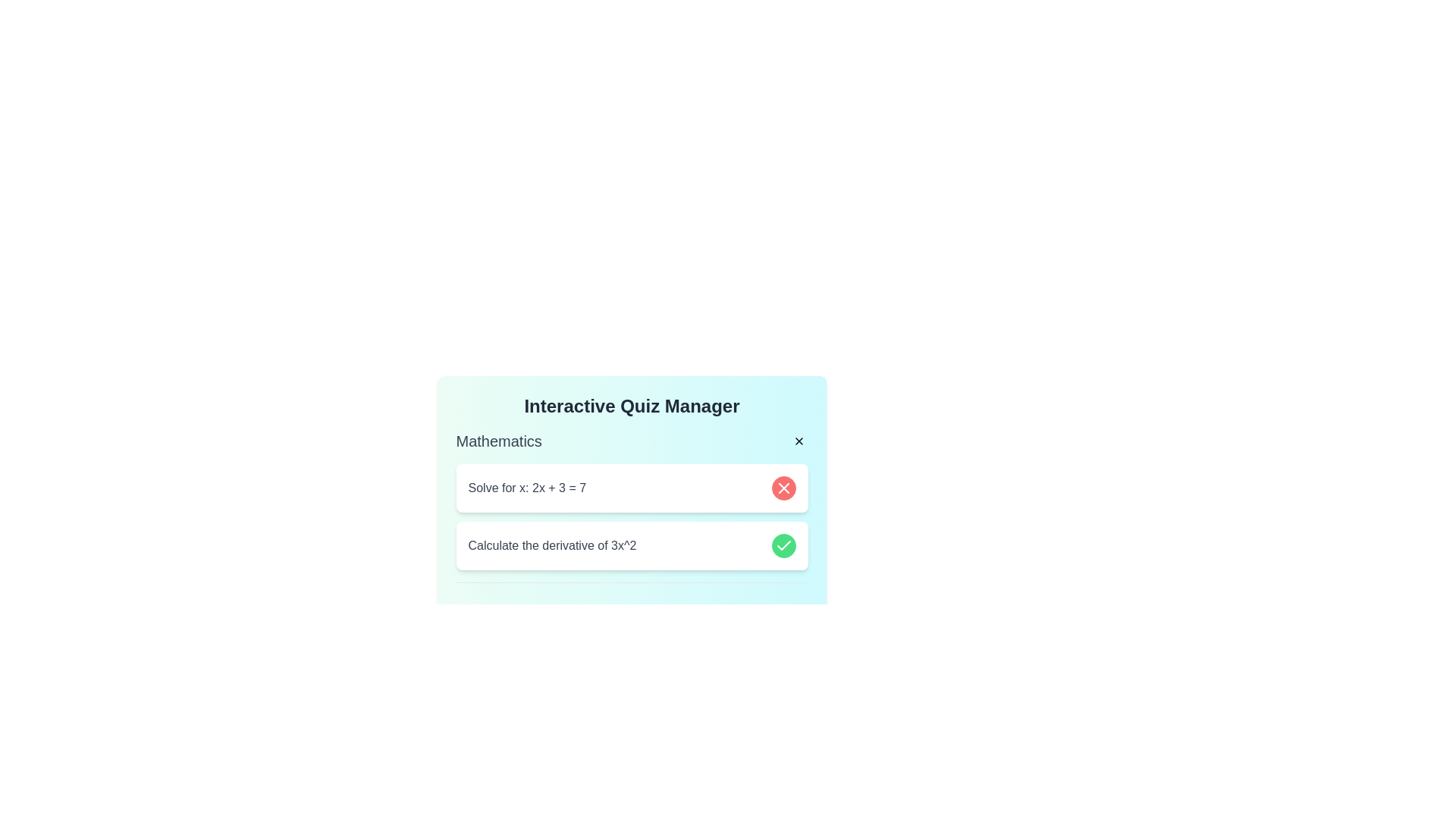  I want to click on the 'Mathematics' Text Label, which serves as a title for the section, located directly beneath the 'Interactive Quiz Manager' heading, so click(499, 441).